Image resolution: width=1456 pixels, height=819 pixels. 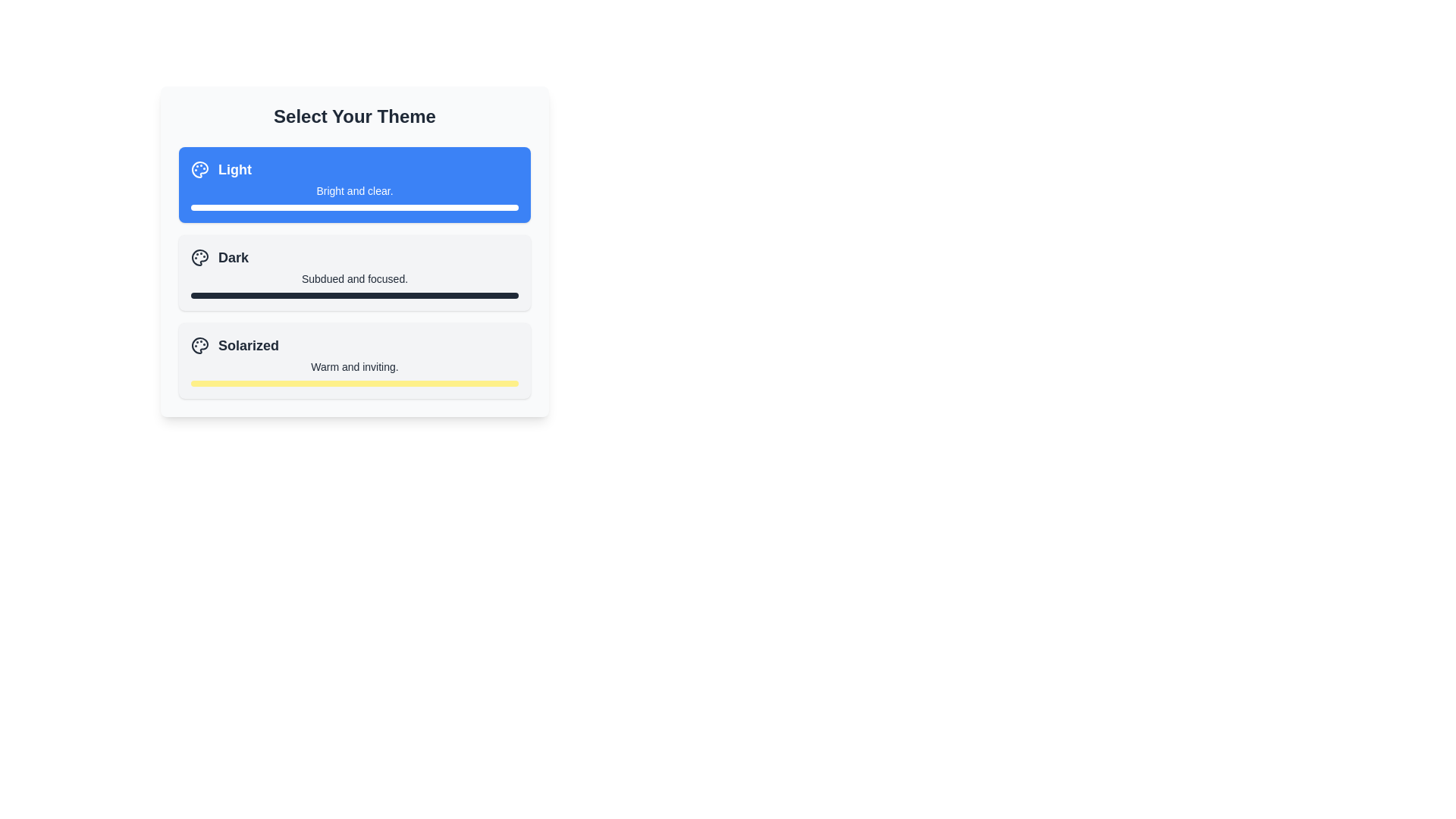 I want to click on the decorative divider located at the bottom of the 'Solarized' theme card, right below the descriptive text 'Warm and inviting.', so click(x=353, y=382).